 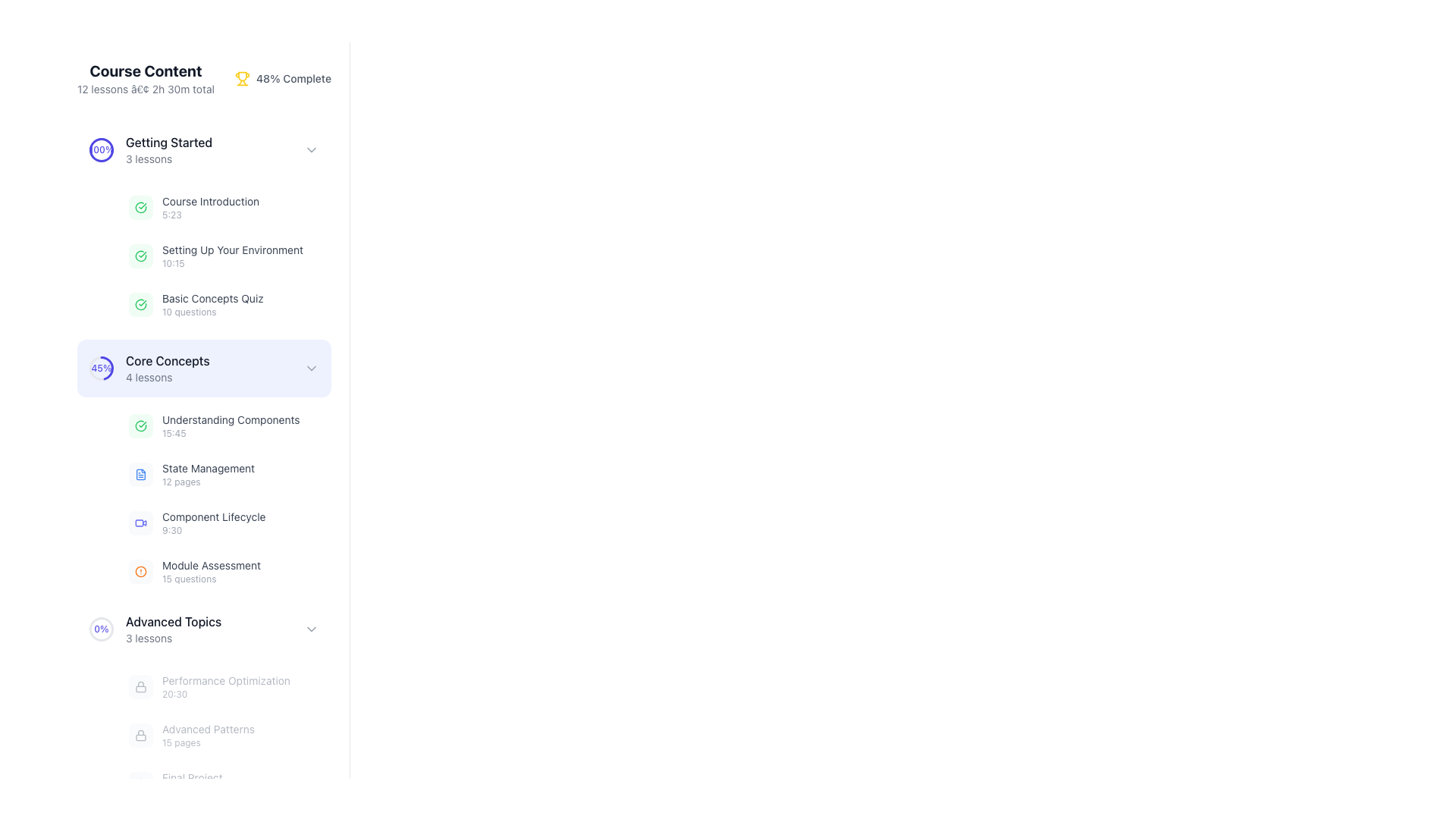 I want to click on the list item titled 'Setting Up Your Environment' located in the 'Getting Started' section, which is the second item in the list of course lessons, so click(x=215, y=256).